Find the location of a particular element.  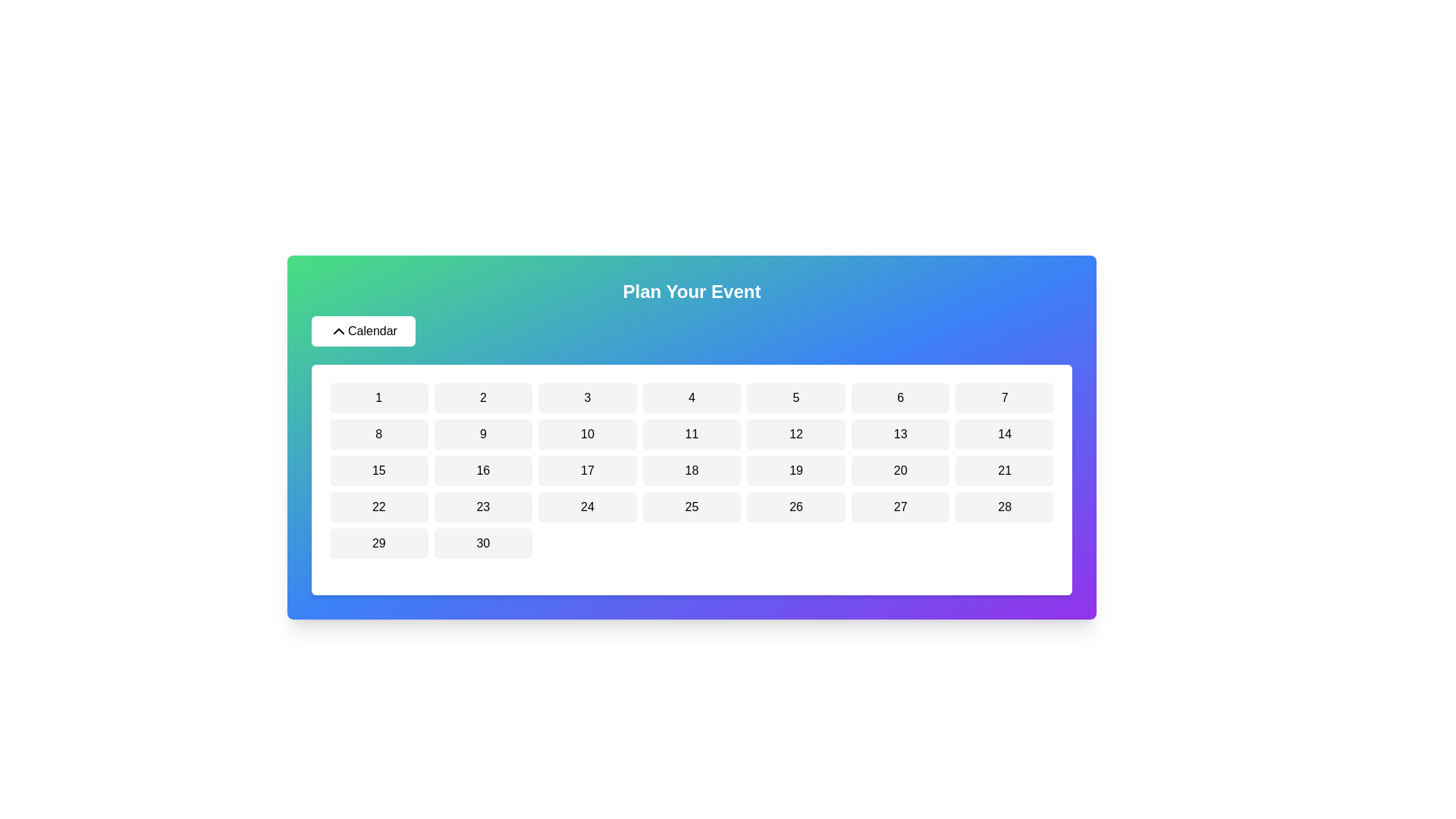

the selectable button in the grid located in the second row and third column, which is positioned between '9' and '11' is located at coordinates (586, 435).